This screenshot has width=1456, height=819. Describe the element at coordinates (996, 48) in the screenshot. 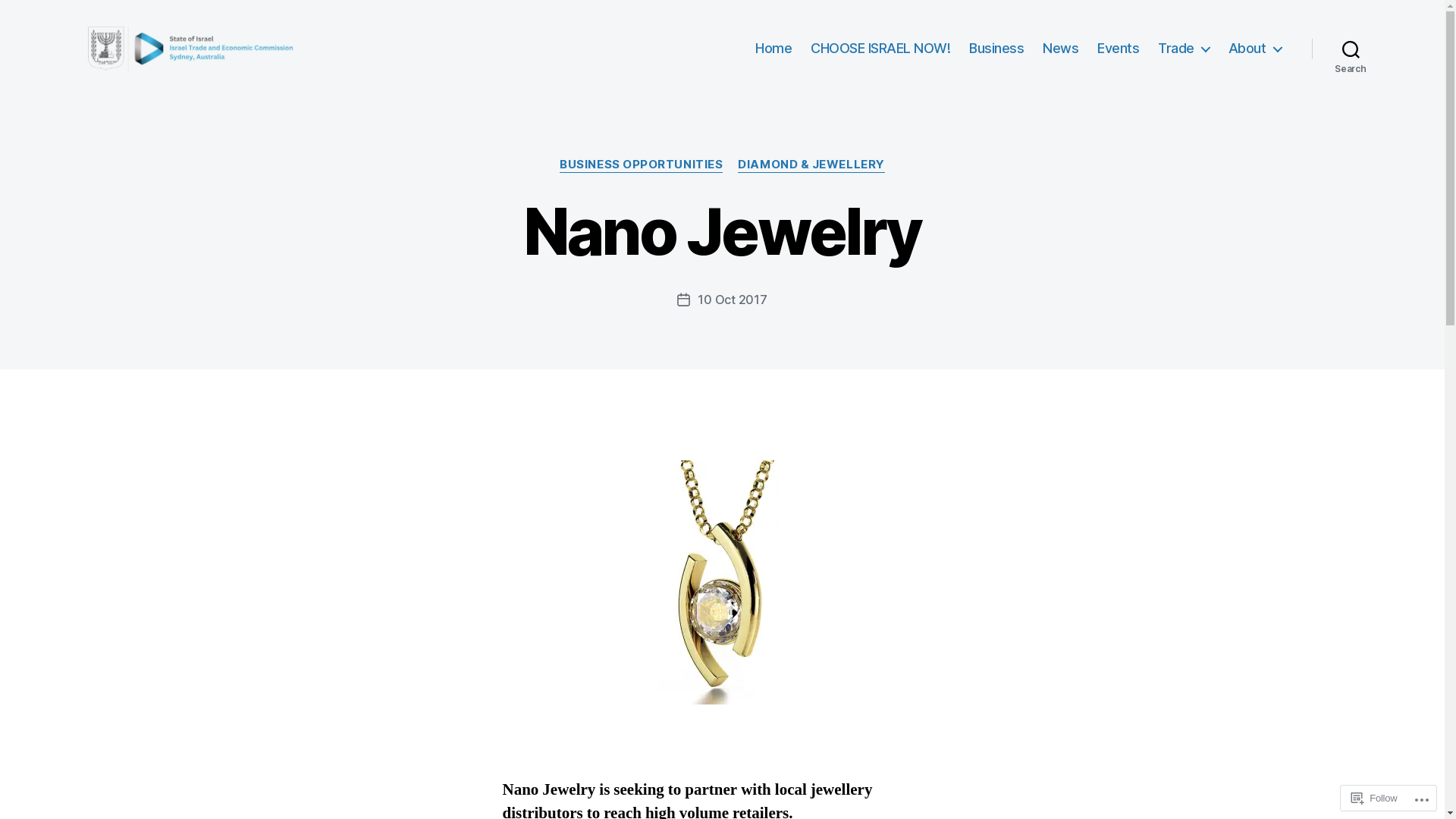

I see `'Business'` at that location.